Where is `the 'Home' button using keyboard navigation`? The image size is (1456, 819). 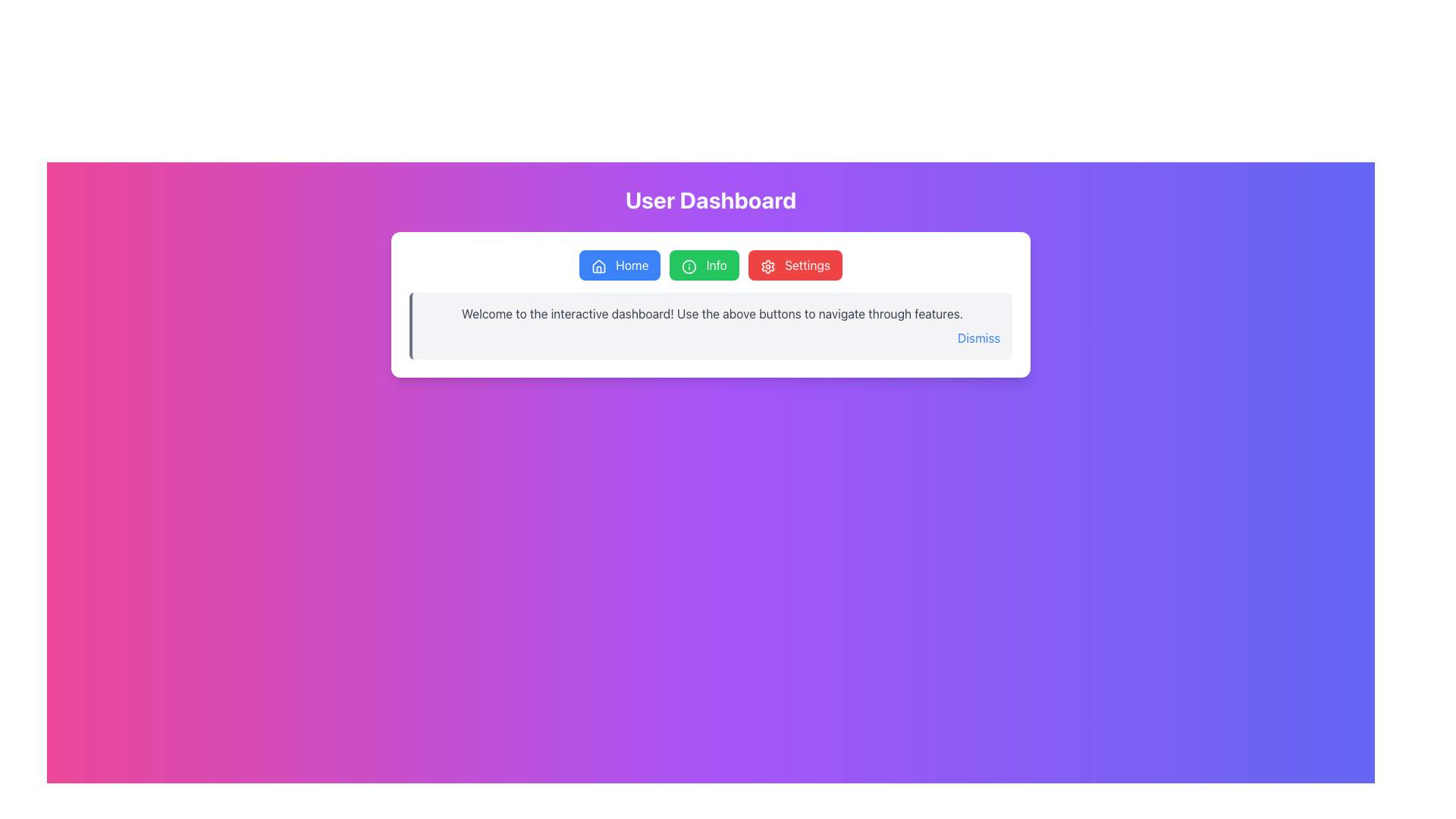
the 'Home' button using keyboard navigation is located at coordinates (620, 265).